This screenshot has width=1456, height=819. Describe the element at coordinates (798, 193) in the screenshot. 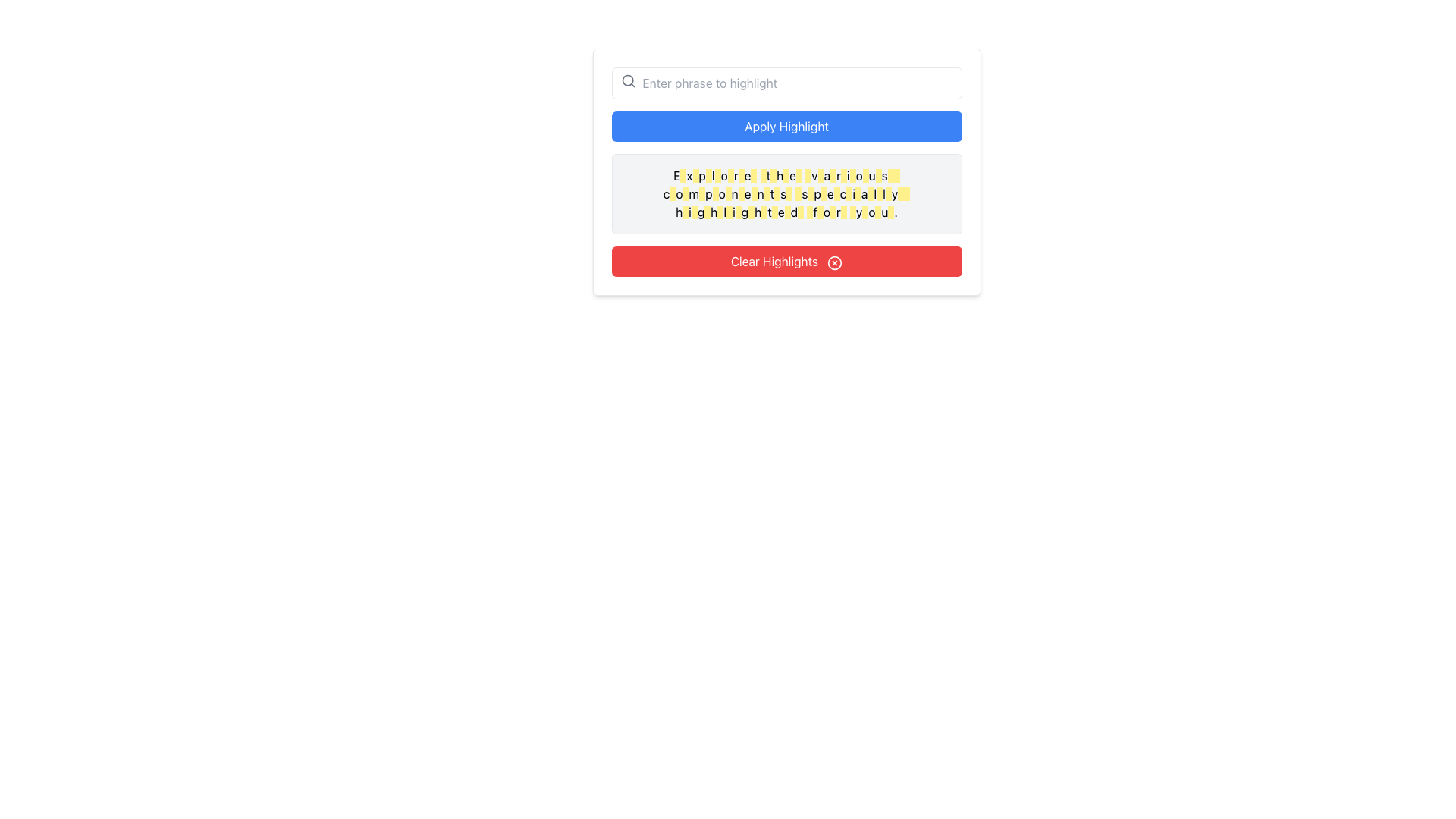

I see `the Highlight marker, a small square with a yellow background and border, located in the second row and the 12th position within the grid under the 'Explore the various components specially highlighted for you.' text for inspection` at that location.